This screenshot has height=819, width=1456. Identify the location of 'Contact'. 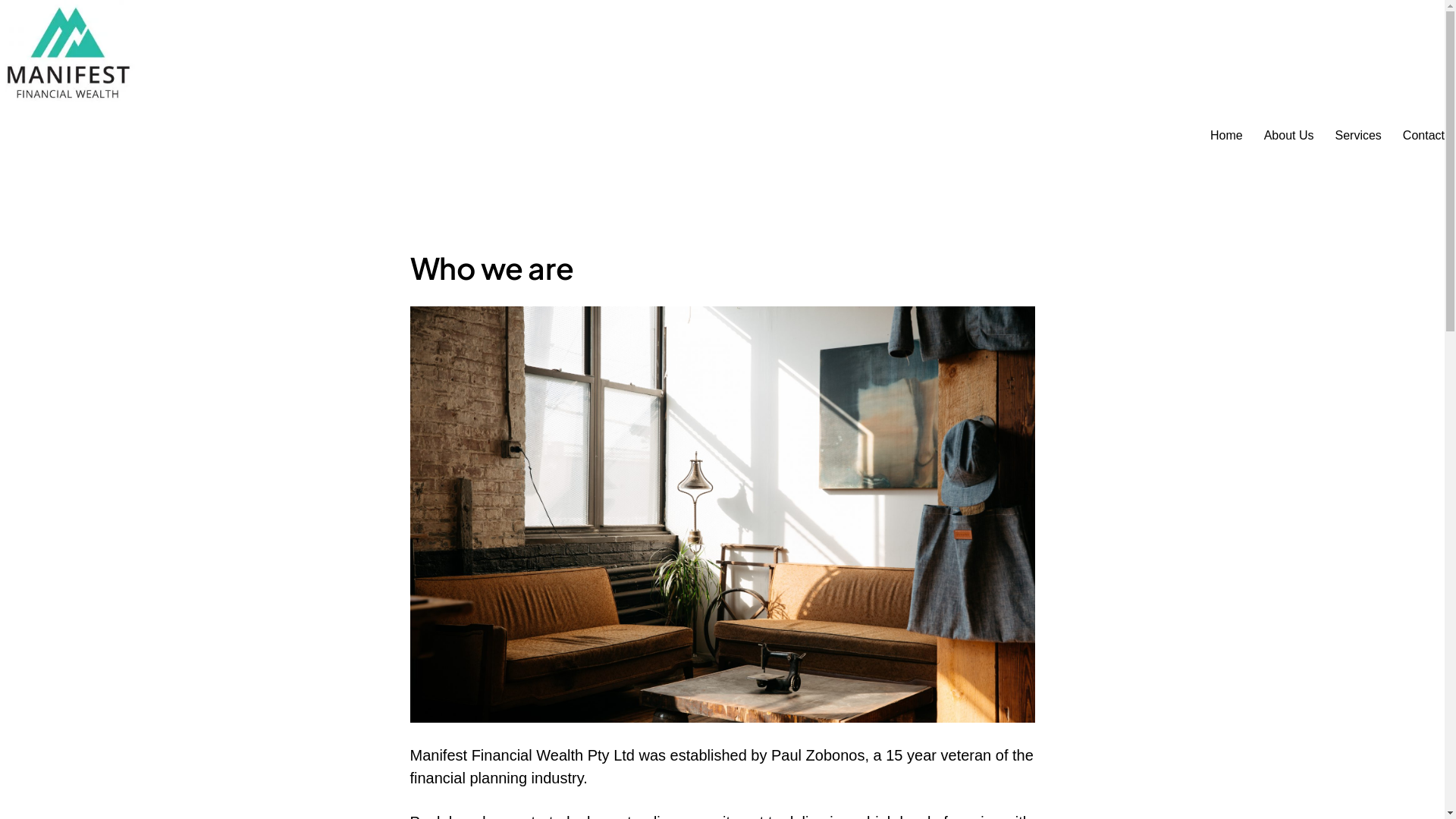
(1423, 134).